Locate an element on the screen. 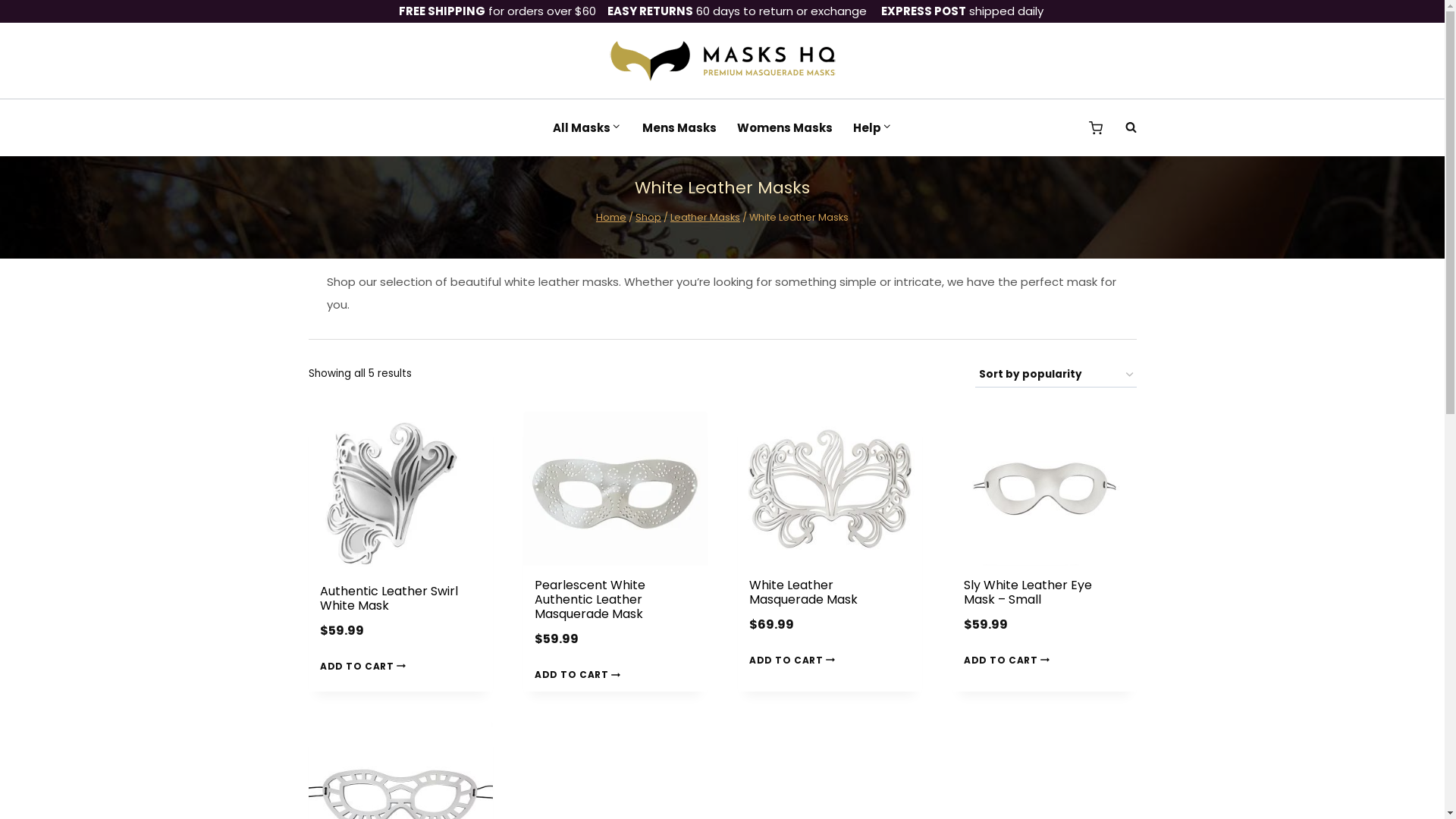  'Shop' is located at coordinates (648, 217).